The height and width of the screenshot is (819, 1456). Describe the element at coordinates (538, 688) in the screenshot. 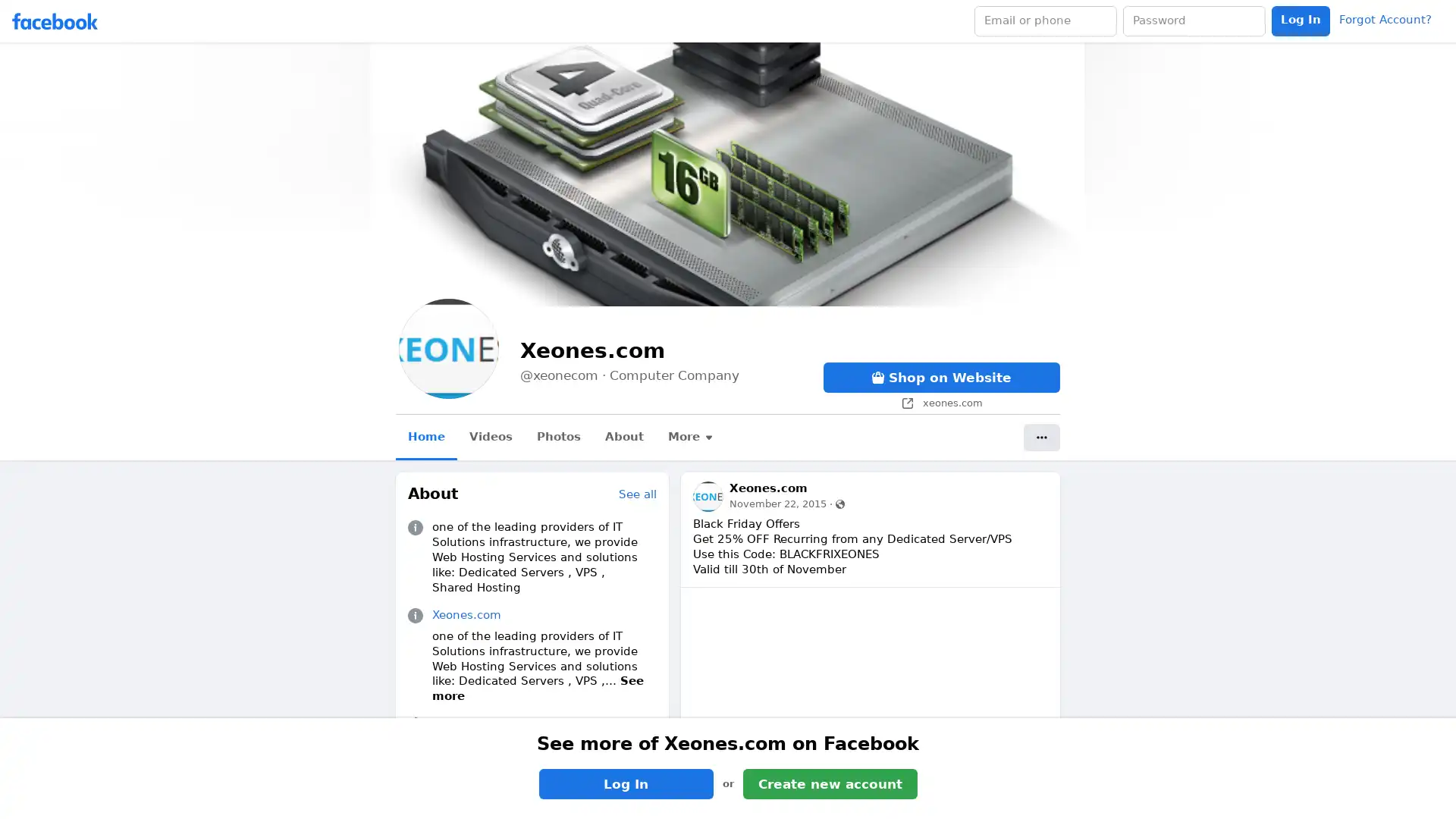

I see `See more` at that location.